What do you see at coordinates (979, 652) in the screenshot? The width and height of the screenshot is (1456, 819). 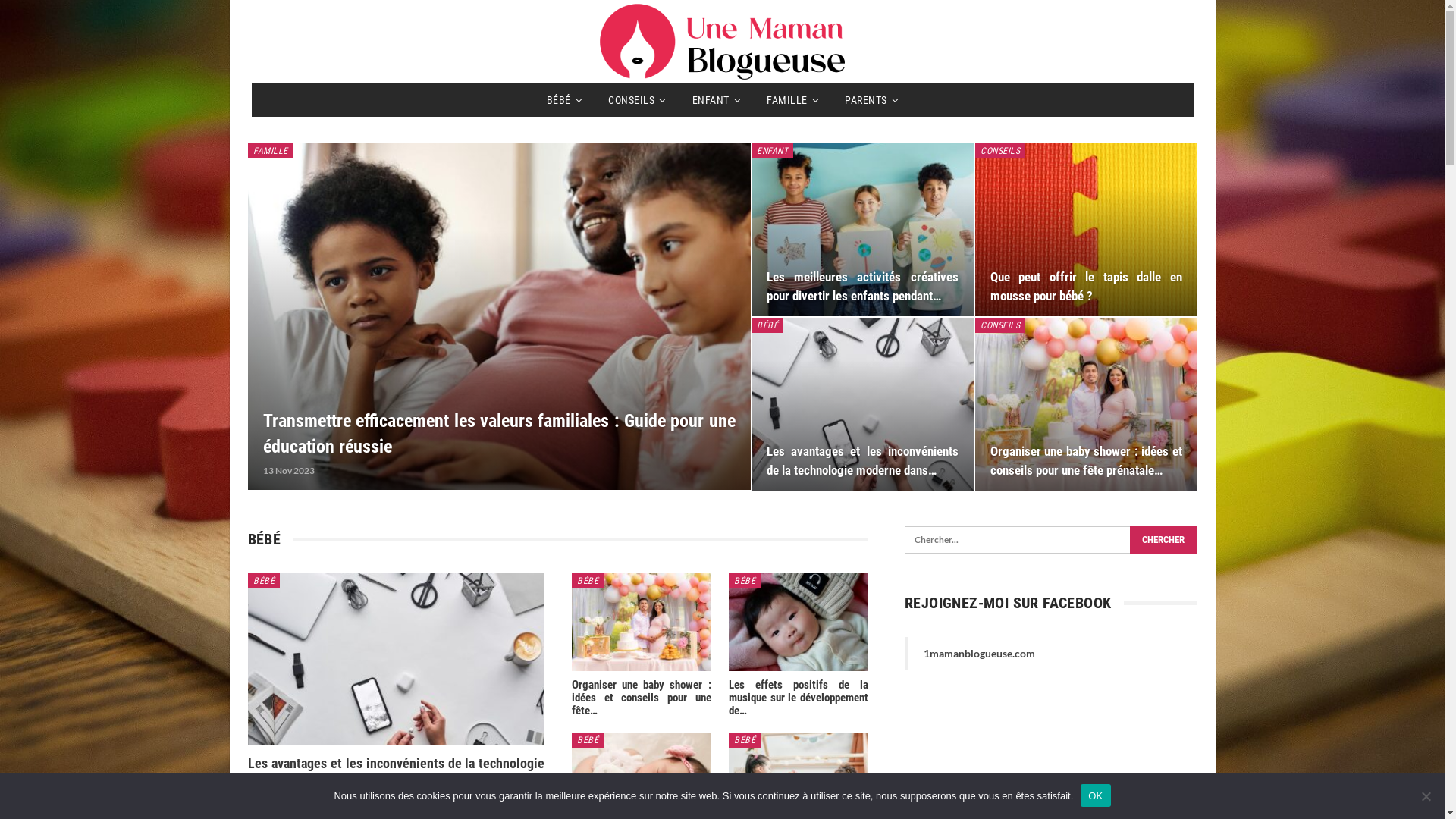 I see `'1mamanblogueuse.com'` at bounding box center [979, 652].